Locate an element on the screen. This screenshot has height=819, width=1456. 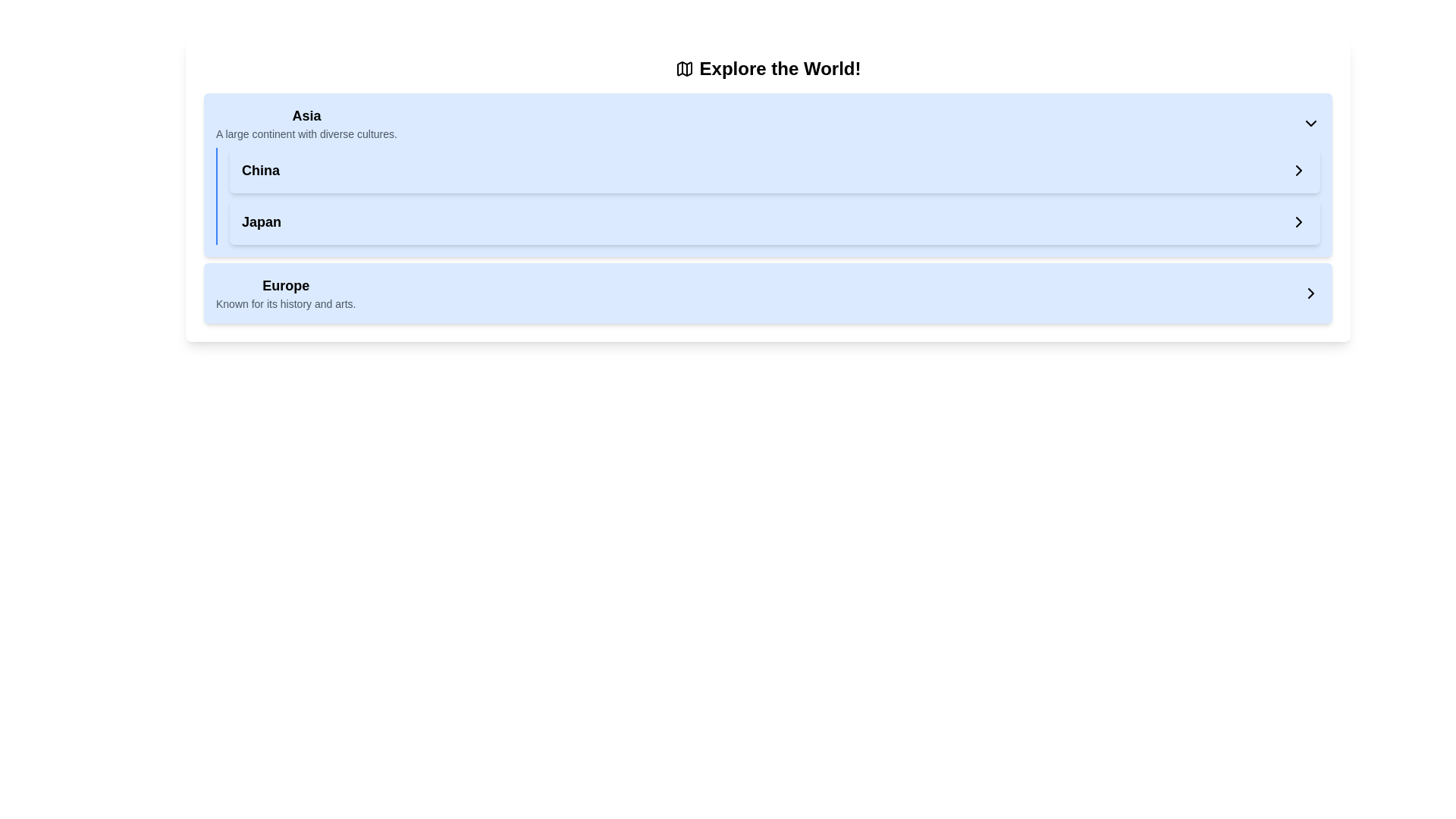
the navigational button located to the far right of the 'Japan' label to initiate navigation is located at coordinates (1298, 222).